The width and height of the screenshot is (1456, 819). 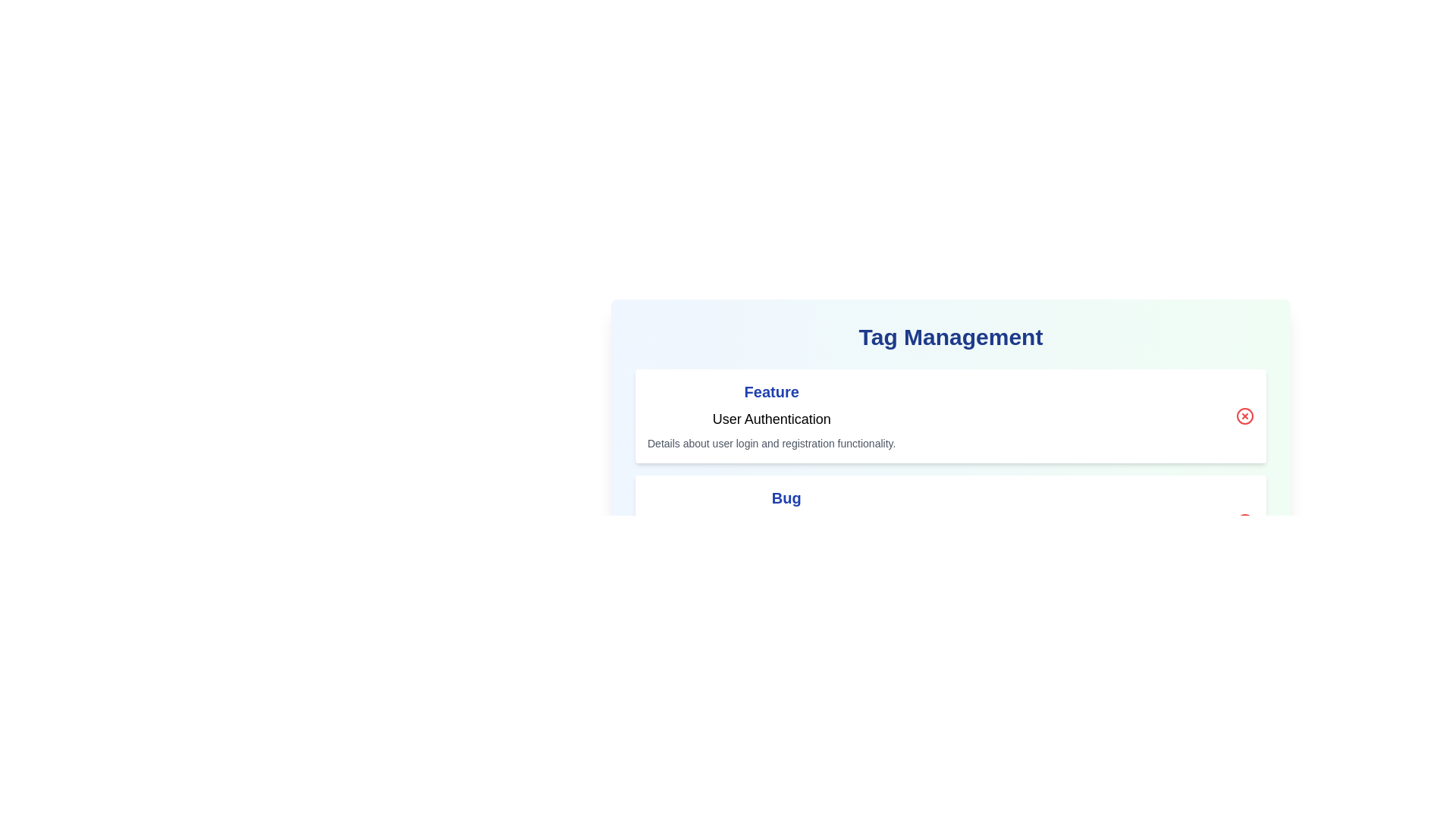 What do you see at coordinates (1244, 416) in the screenshot?
I see `the circular close icon with a centered cross mark located in the right section of the white rectangular card labeled 'Feature: User Authentication' in the 'Tag Management' interface` at bounding box center [1244, 416].